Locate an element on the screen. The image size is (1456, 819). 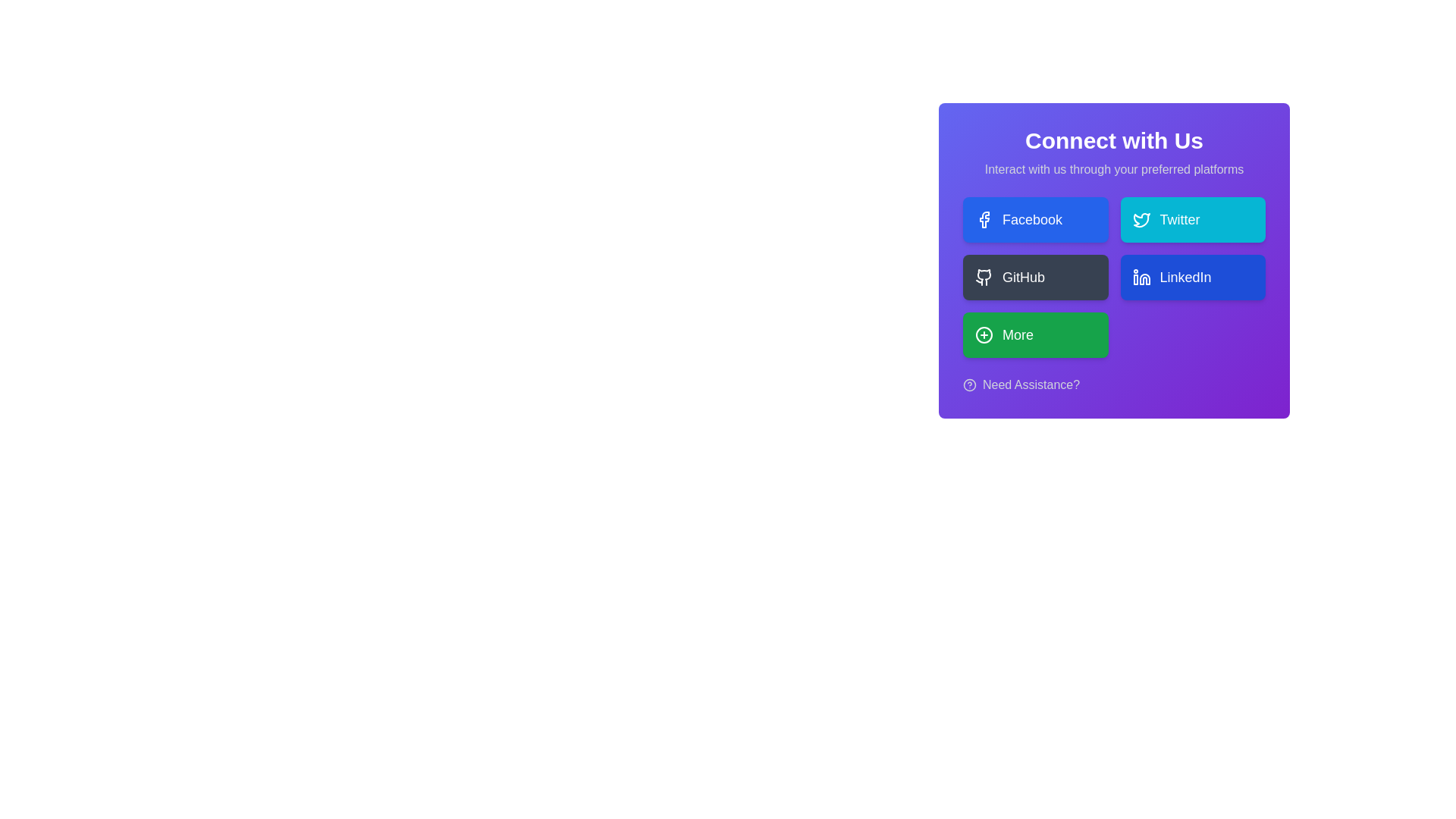
the decorative or informational Circle element within the SVG graphic, located near the bottom-right of the layout, adjacent to the 'Need Assistance?' label is located at coordinates (968, 384).